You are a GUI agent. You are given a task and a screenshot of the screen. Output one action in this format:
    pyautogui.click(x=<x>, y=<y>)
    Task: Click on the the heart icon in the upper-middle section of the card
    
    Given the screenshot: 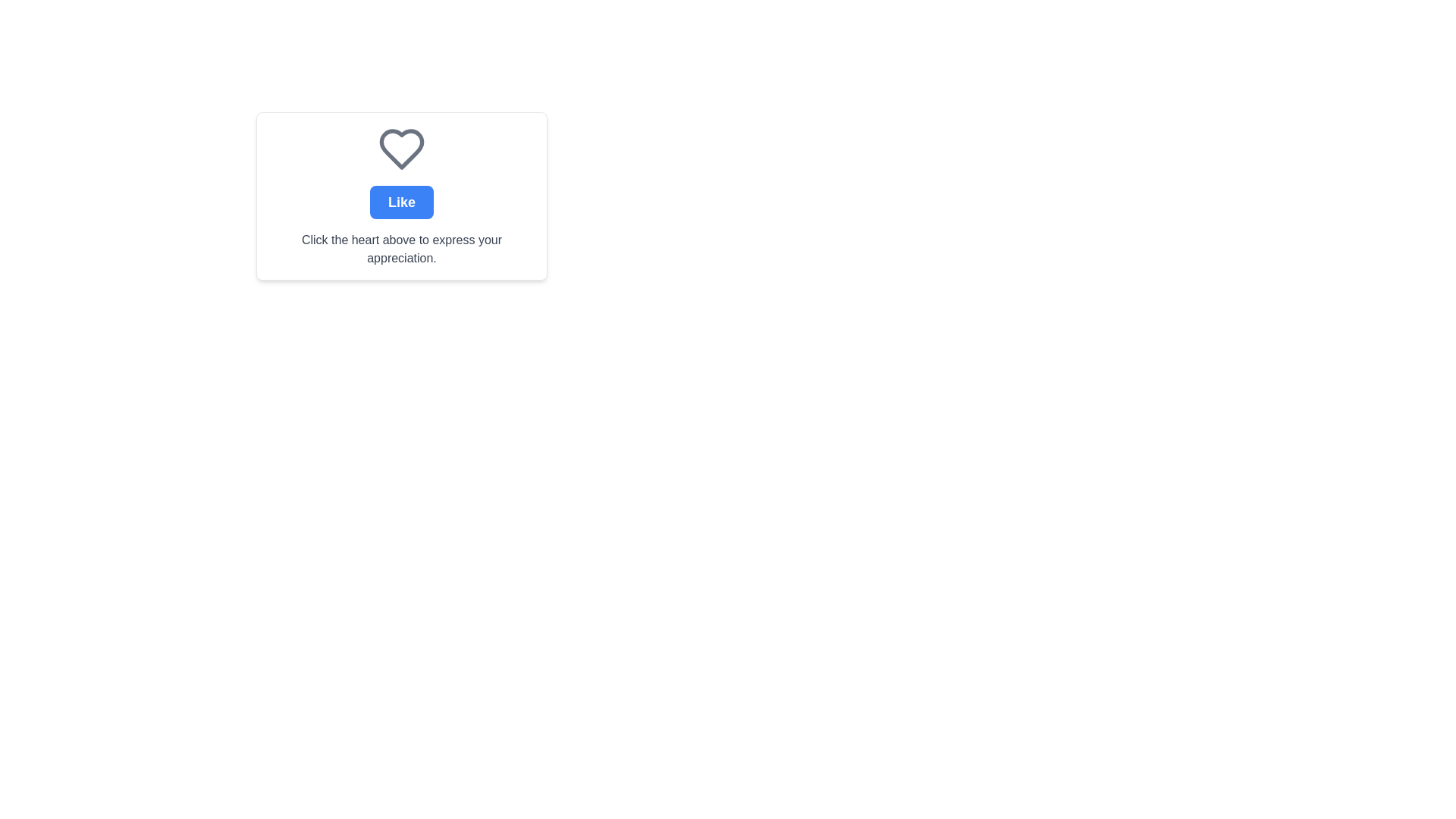 What is the action you would take?
    pyautogui.click(x=401, y=149)
    